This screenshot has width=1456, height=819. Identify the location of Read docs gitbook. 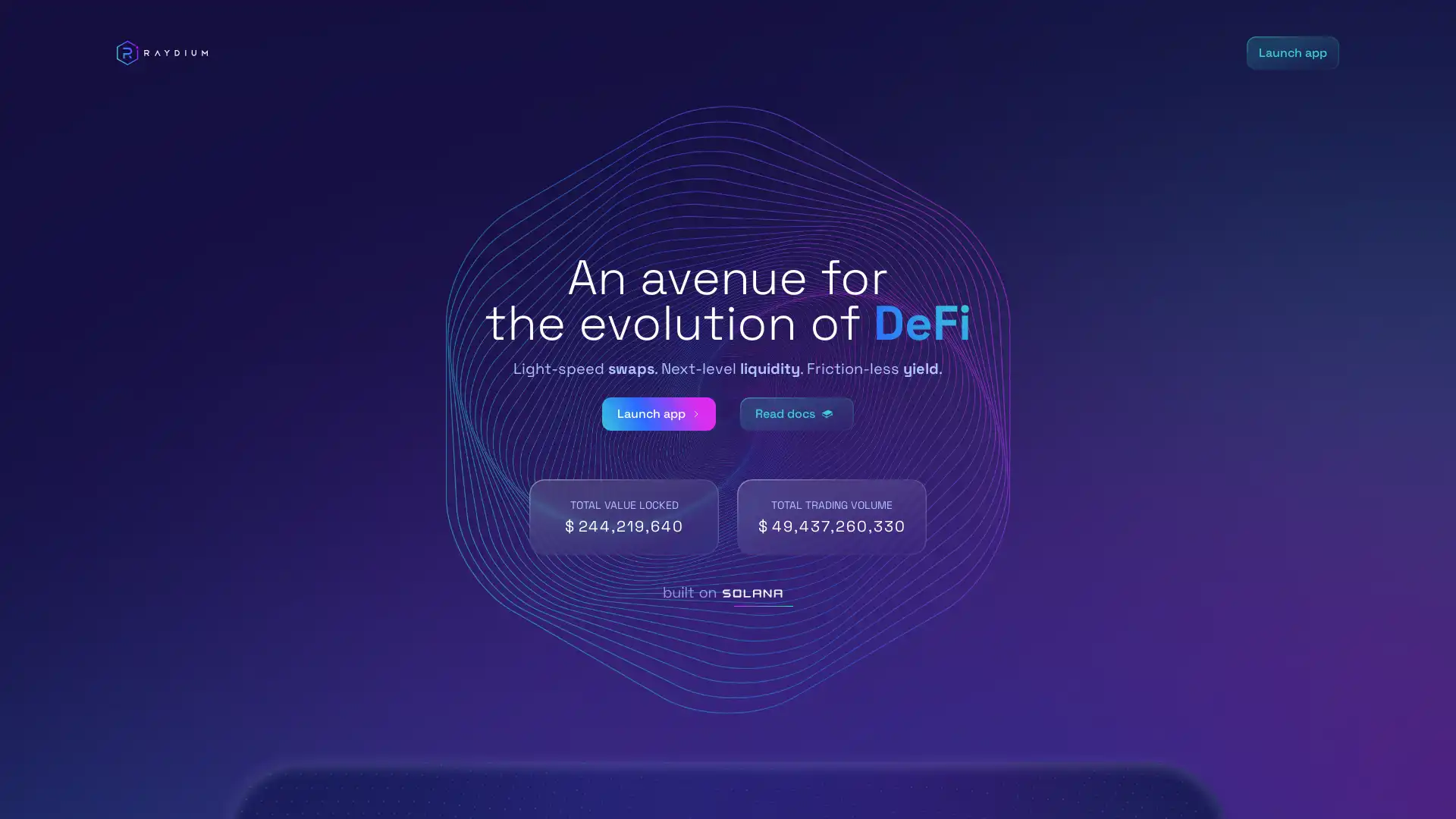
(796, 414).